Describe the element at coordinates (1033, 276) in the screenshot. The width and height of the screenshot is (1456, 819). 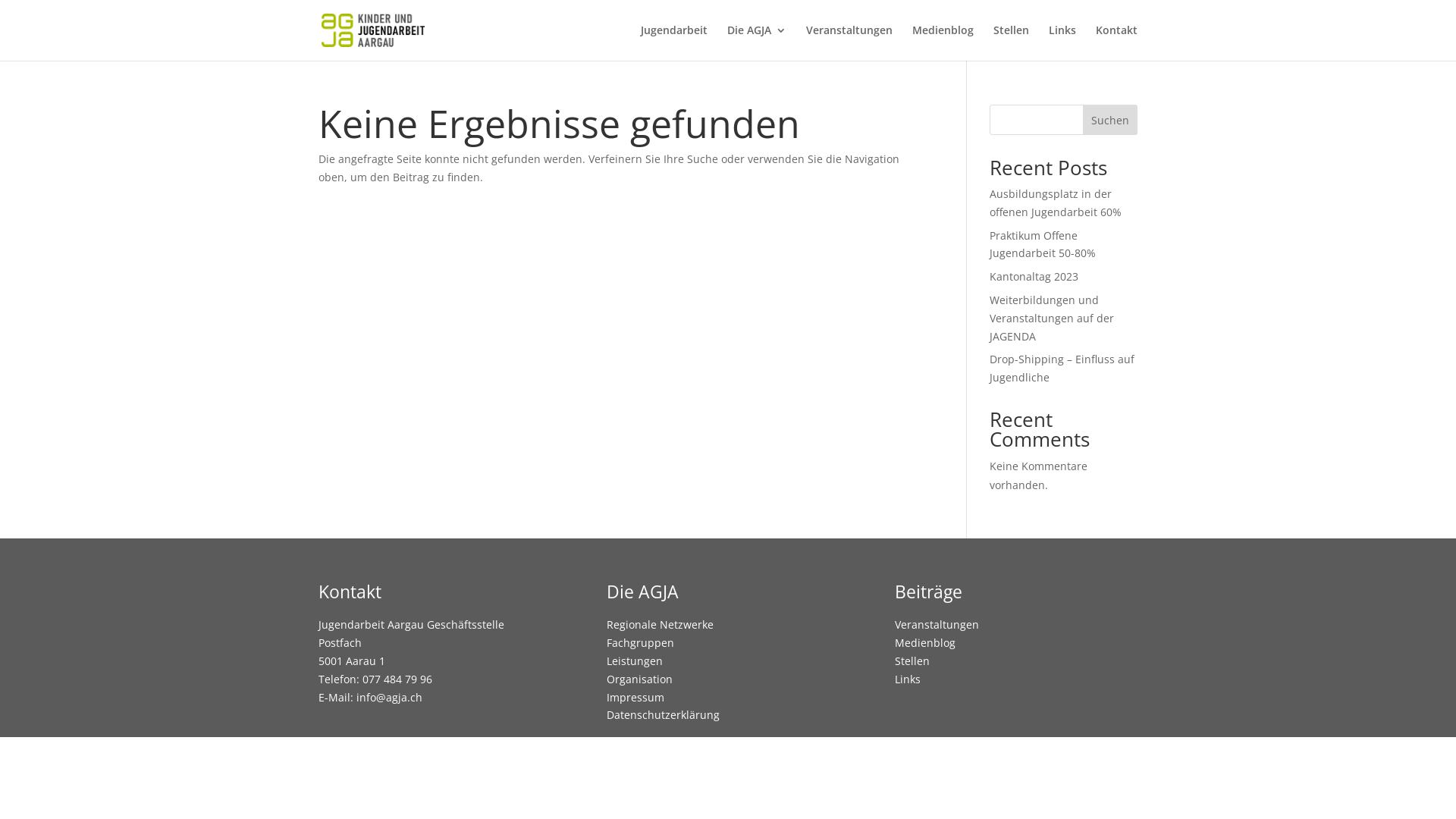
I see `'Kantonaltag 2023'` at that location.